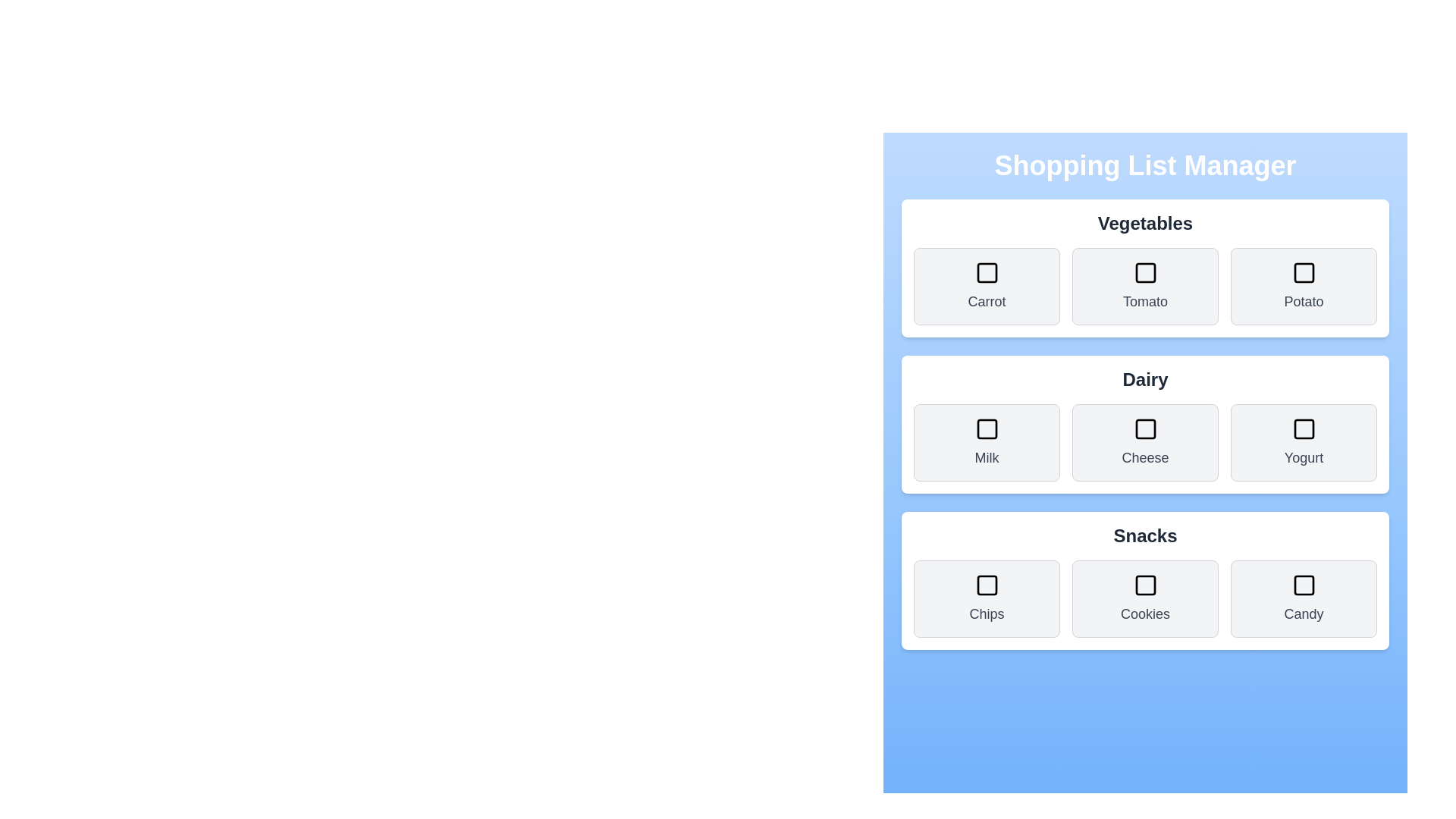 Image resolution: width=1456 pixels, height=819 pixels. I want to click on the item Cheese to observe the hover effect, so click(1145, 442).